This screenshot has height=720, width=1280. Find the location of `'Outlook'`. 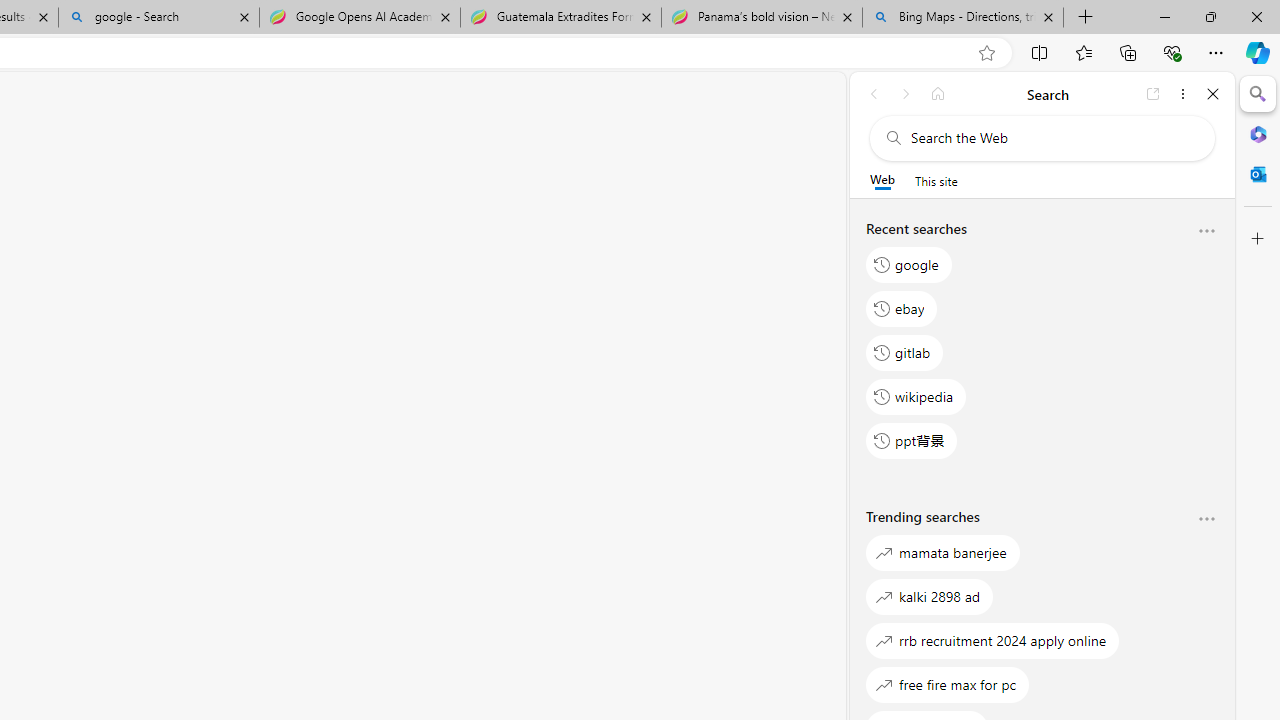

'Outlook' is located at coordinates (1257, 173).